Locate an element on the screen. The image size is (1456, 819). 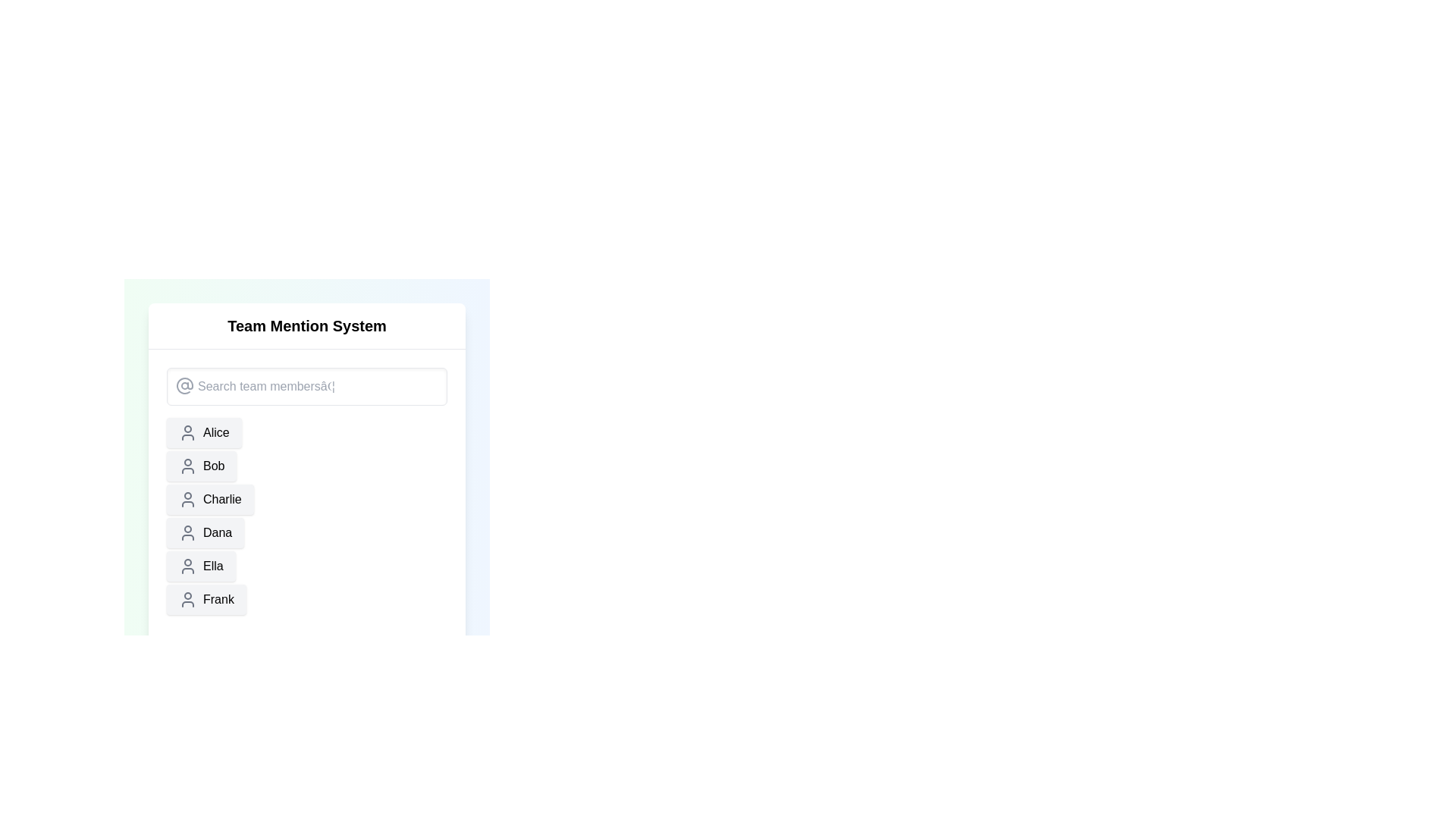
the Text Input Field for team member search in the 'Team Mention System' is located at coordinates (306, 385).